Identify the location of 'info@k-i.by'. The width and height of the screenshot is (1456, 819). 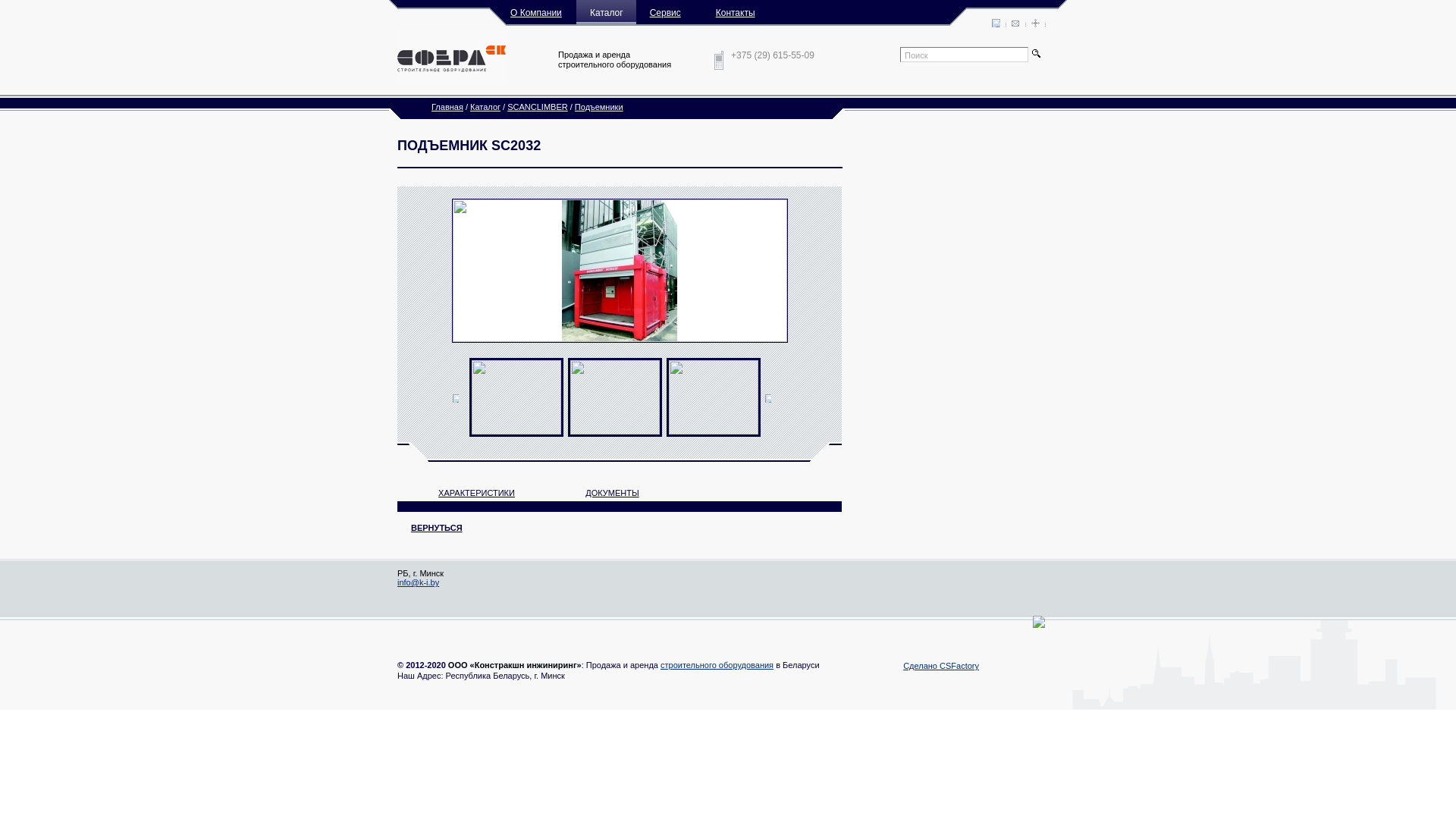
(418, 581).